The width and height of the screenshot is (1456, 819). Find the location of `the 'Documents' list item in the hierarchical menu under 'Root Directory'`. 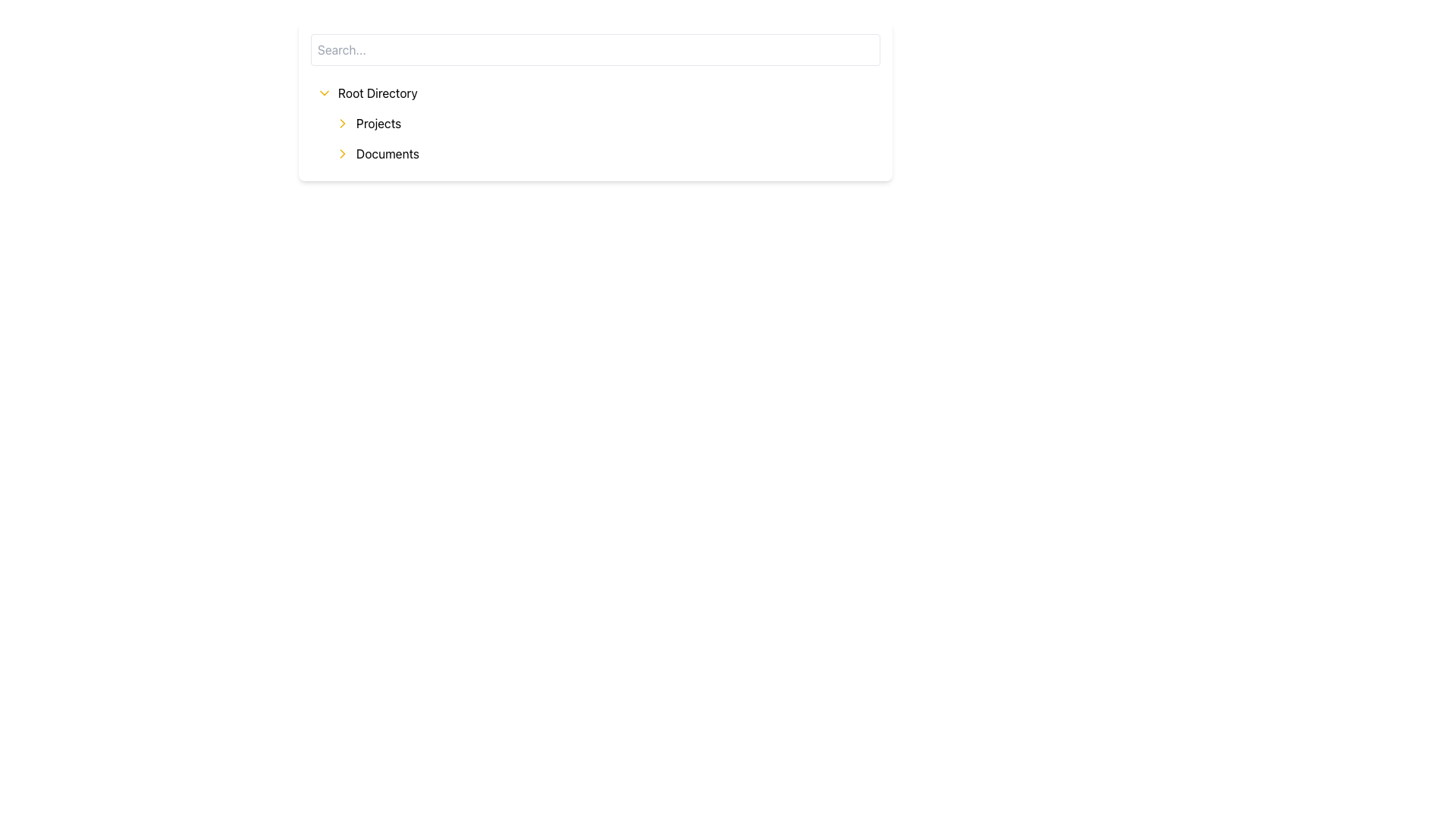

the 'Documents' list item in the hierarchical menu under 'Root Directory' is located at coordinates (604, 154).